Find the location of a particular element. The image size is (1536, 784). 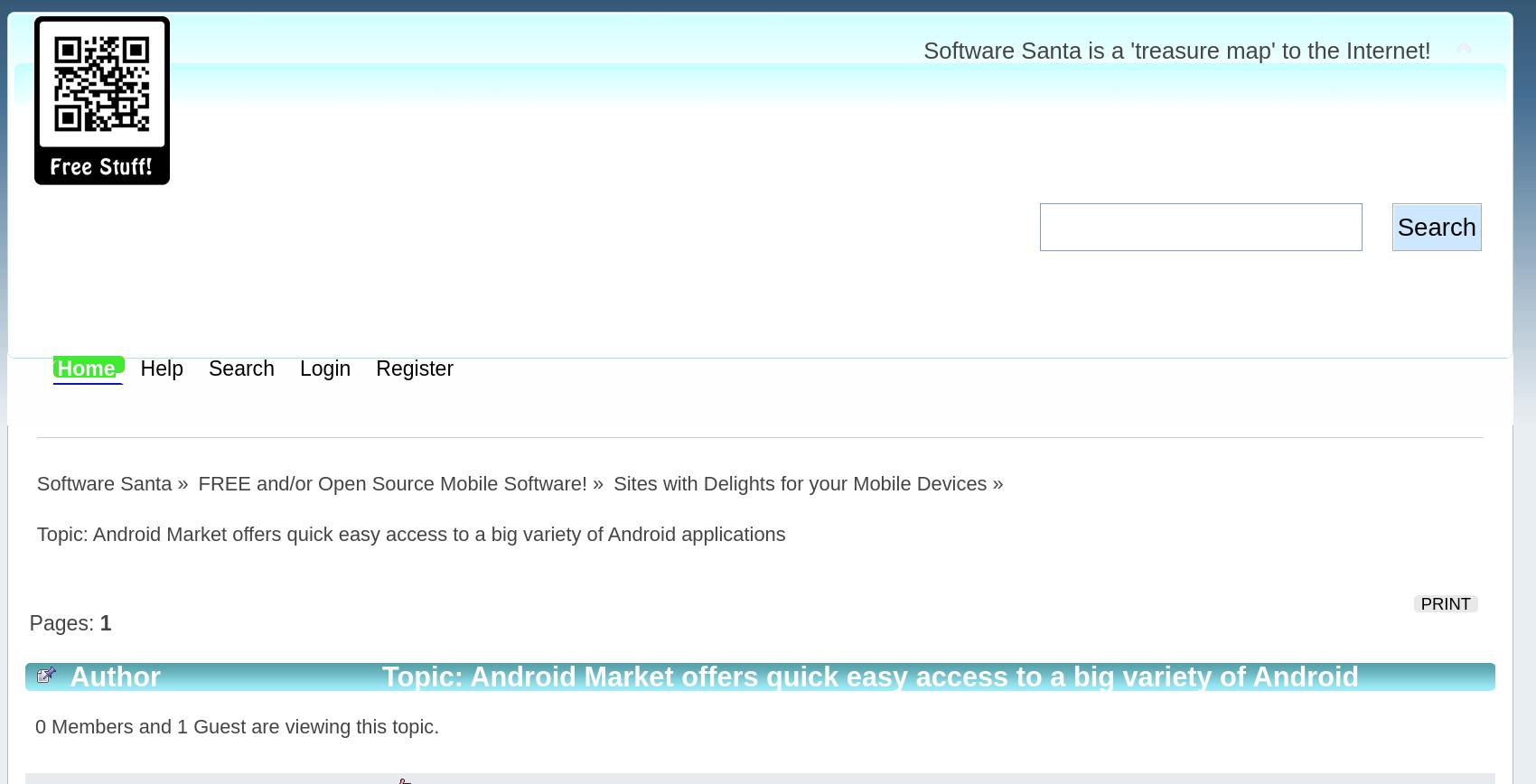

'Print' is located at coordinates (1444, 602).